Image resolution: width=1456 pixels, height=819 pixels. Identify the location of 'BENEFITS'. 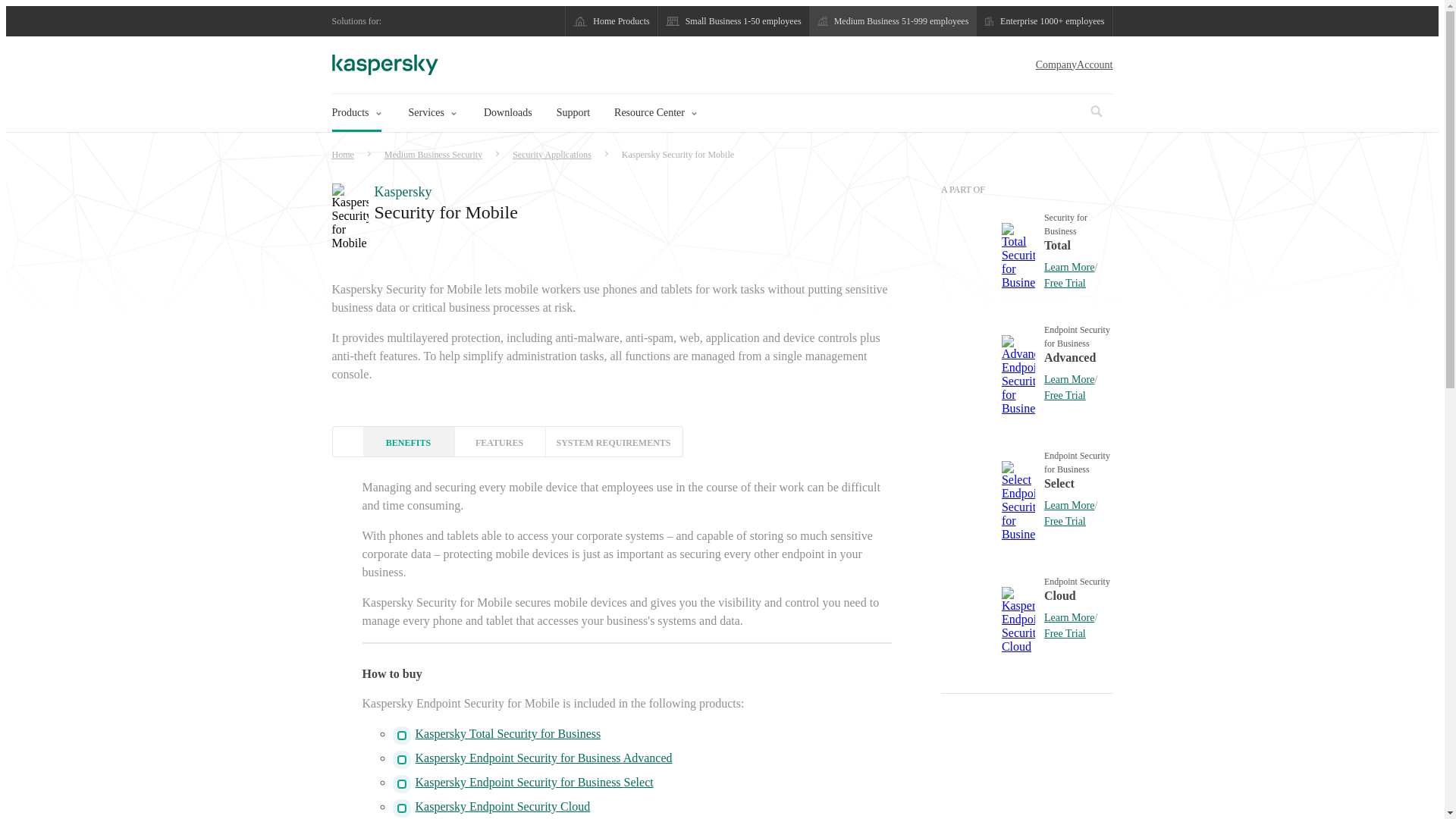
(407, 441).